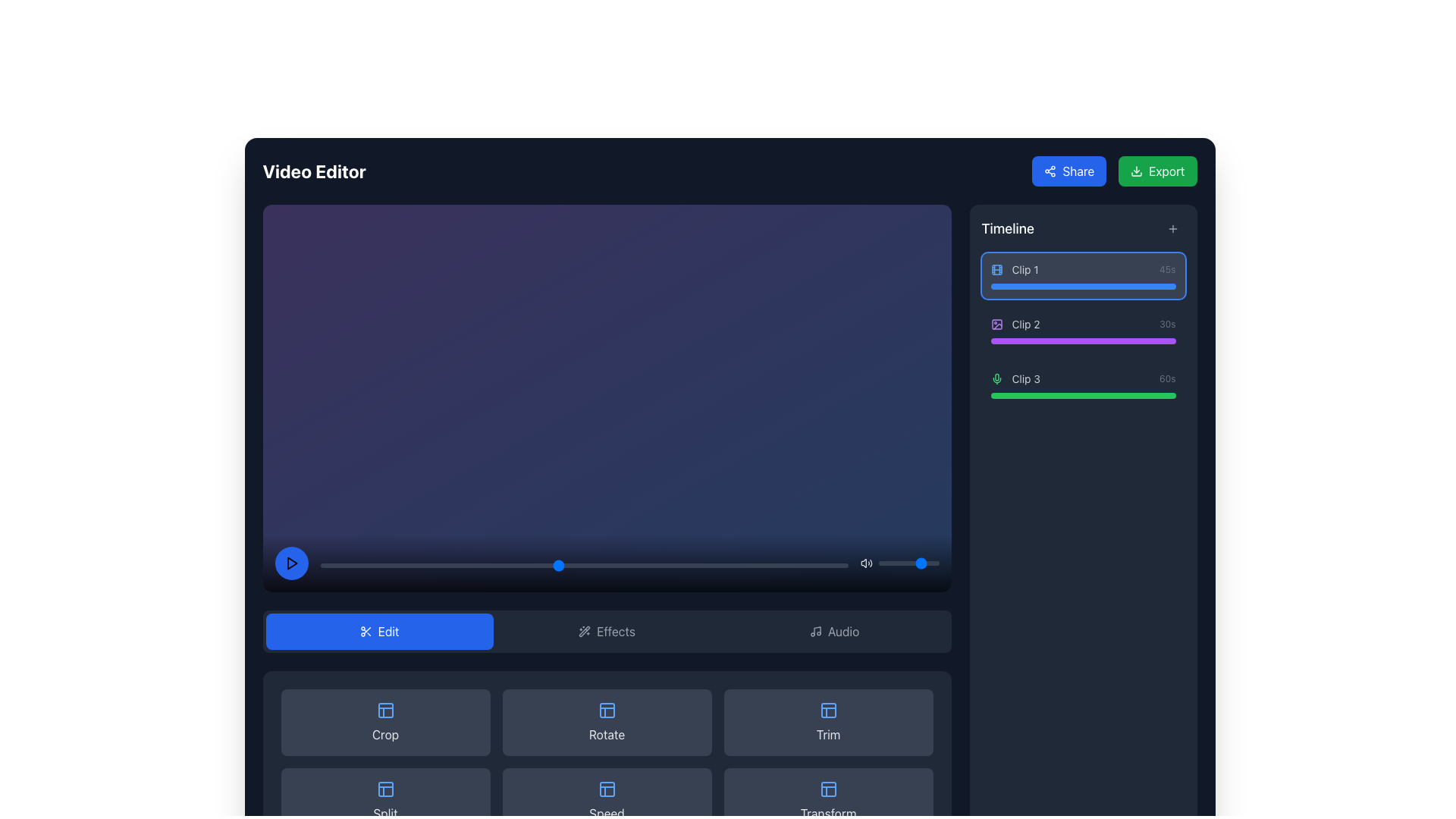 Image resolution: width=1456 pixels, height=819 pixels. Describe the element at coordinates (607, 397) in the screenshot. I see `the Video Player Area to interact with the playback controls located below it` at that location.